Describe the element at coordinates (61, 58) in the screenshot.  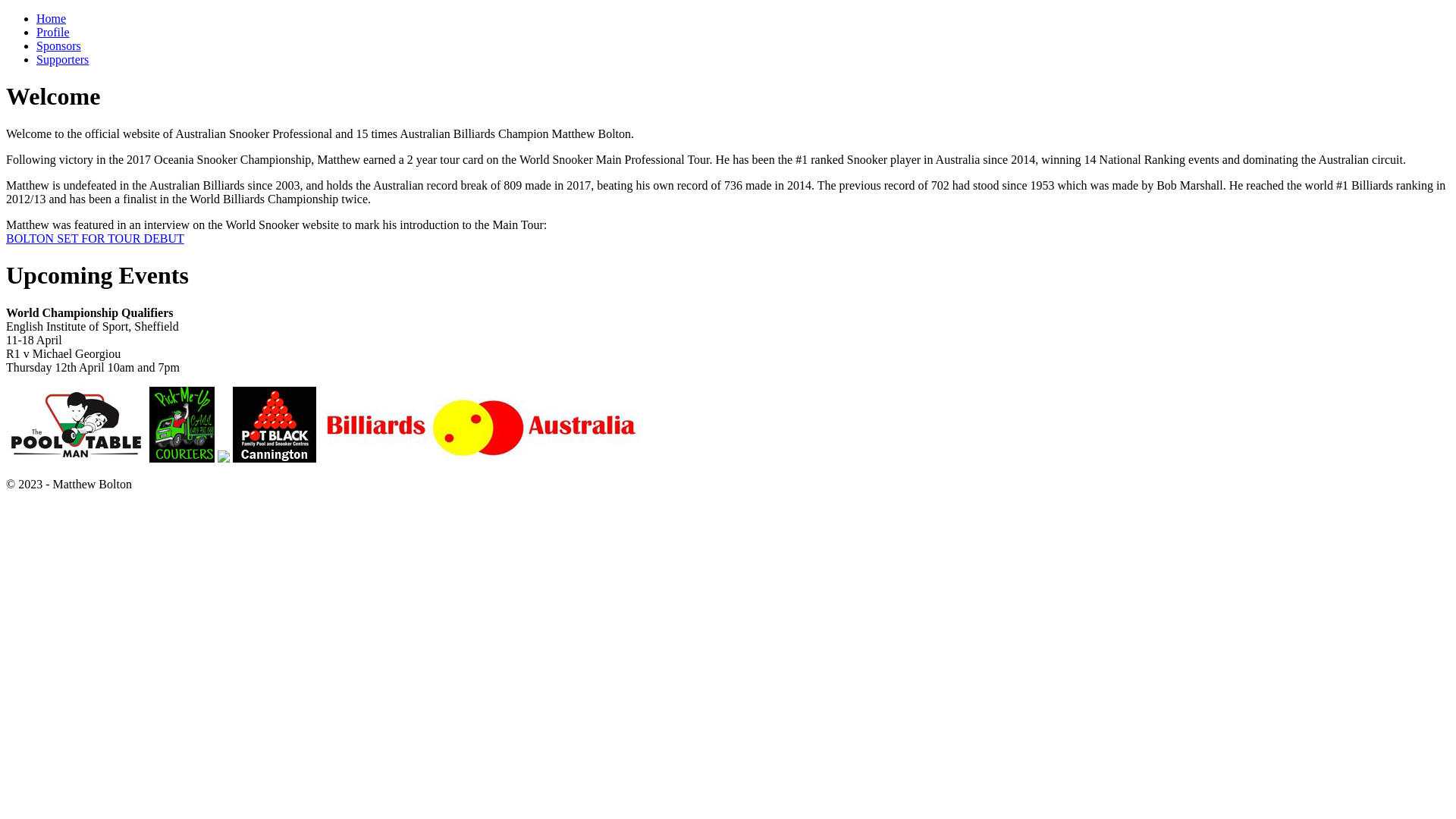
I see `'Supporters'` at that location.